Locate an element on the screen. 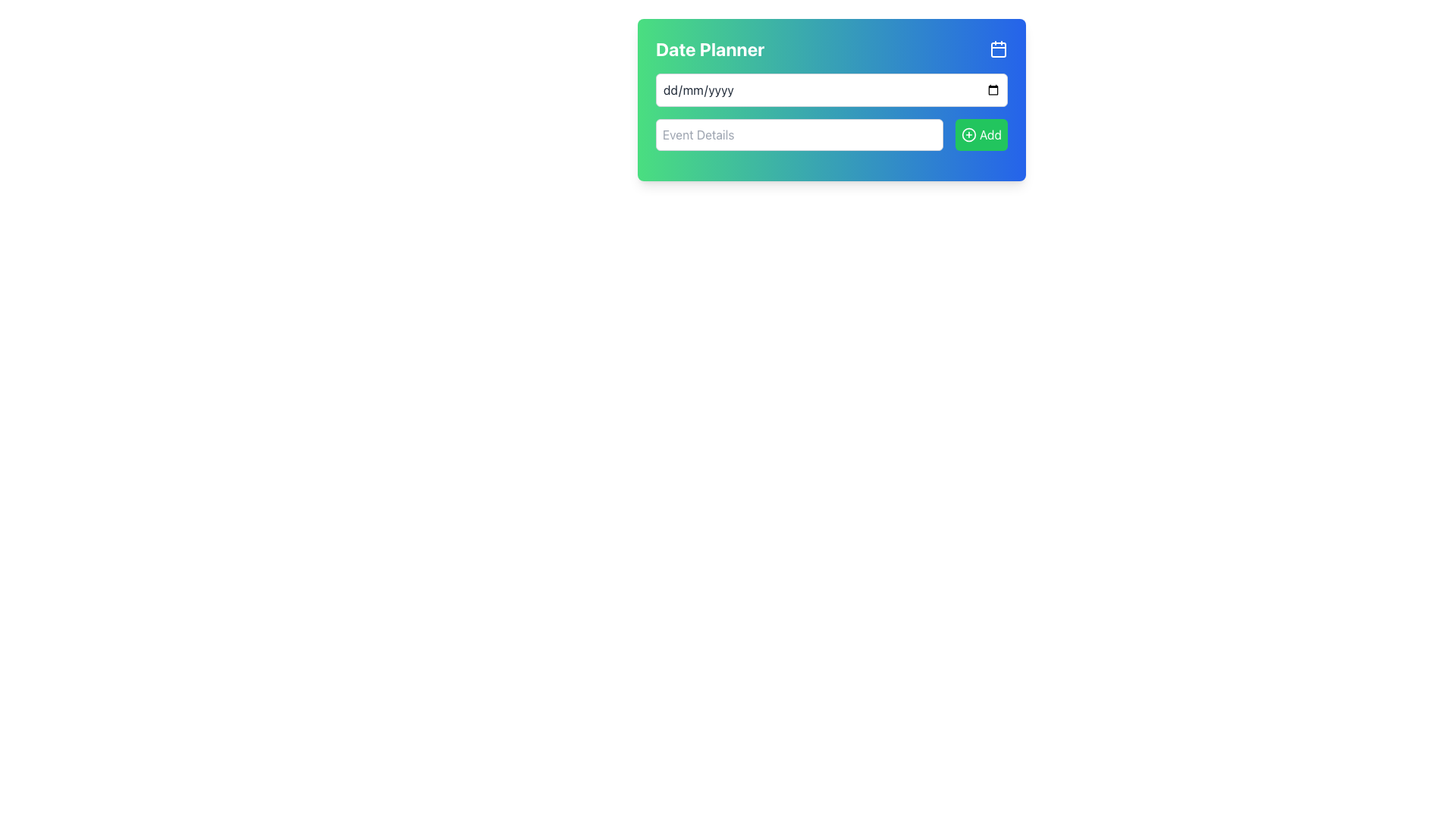 The height and width of the screenshot is (819, 1456). the circular icon with a plus symbol inside, located to the left of the 'Add' button is located at coordinates (968, 133).